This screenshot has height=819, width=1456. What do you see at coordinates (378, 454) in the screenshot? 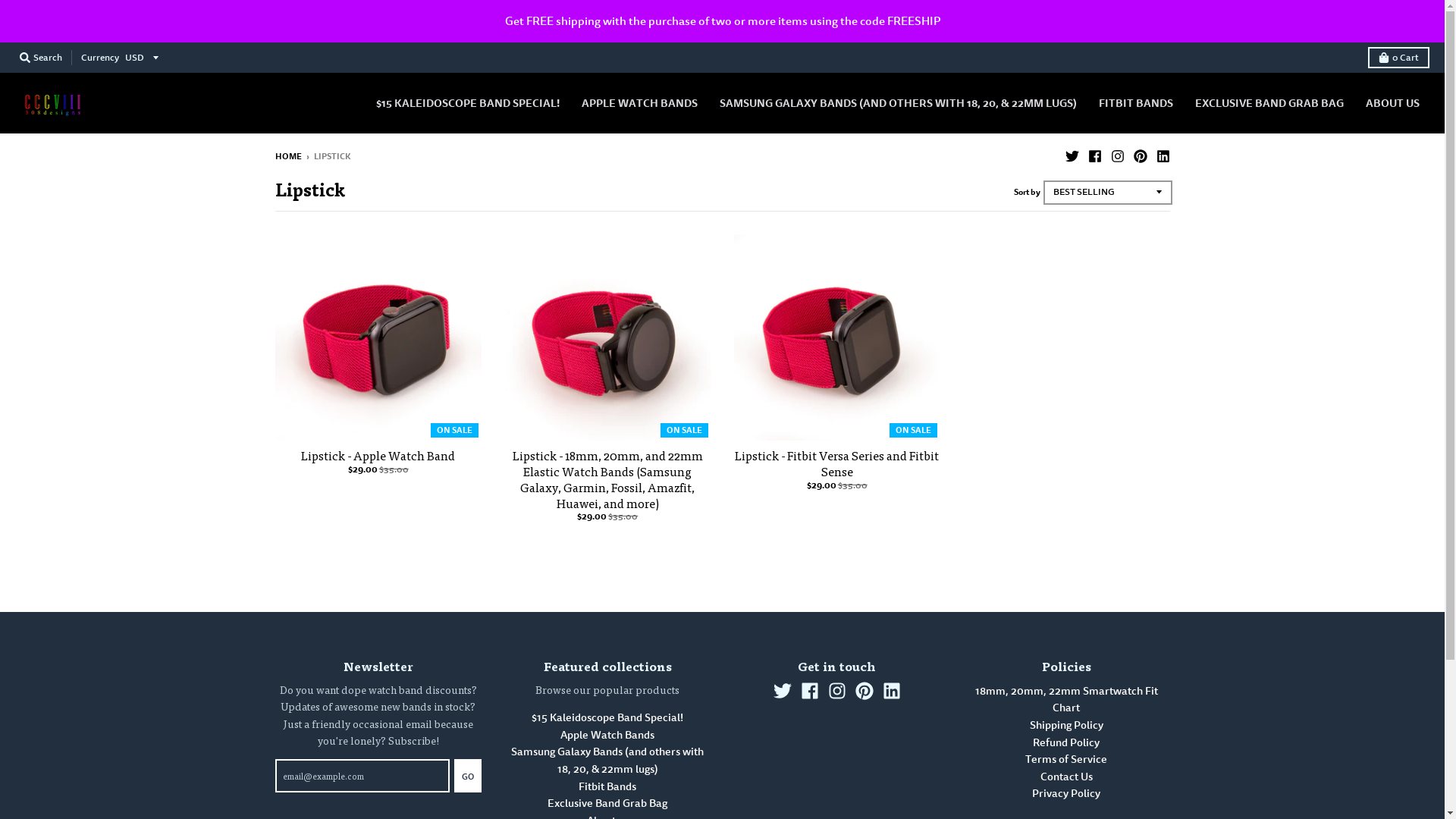
I see `'Lipstick - Apple Watch Band'` at bounding box center [378, 454].